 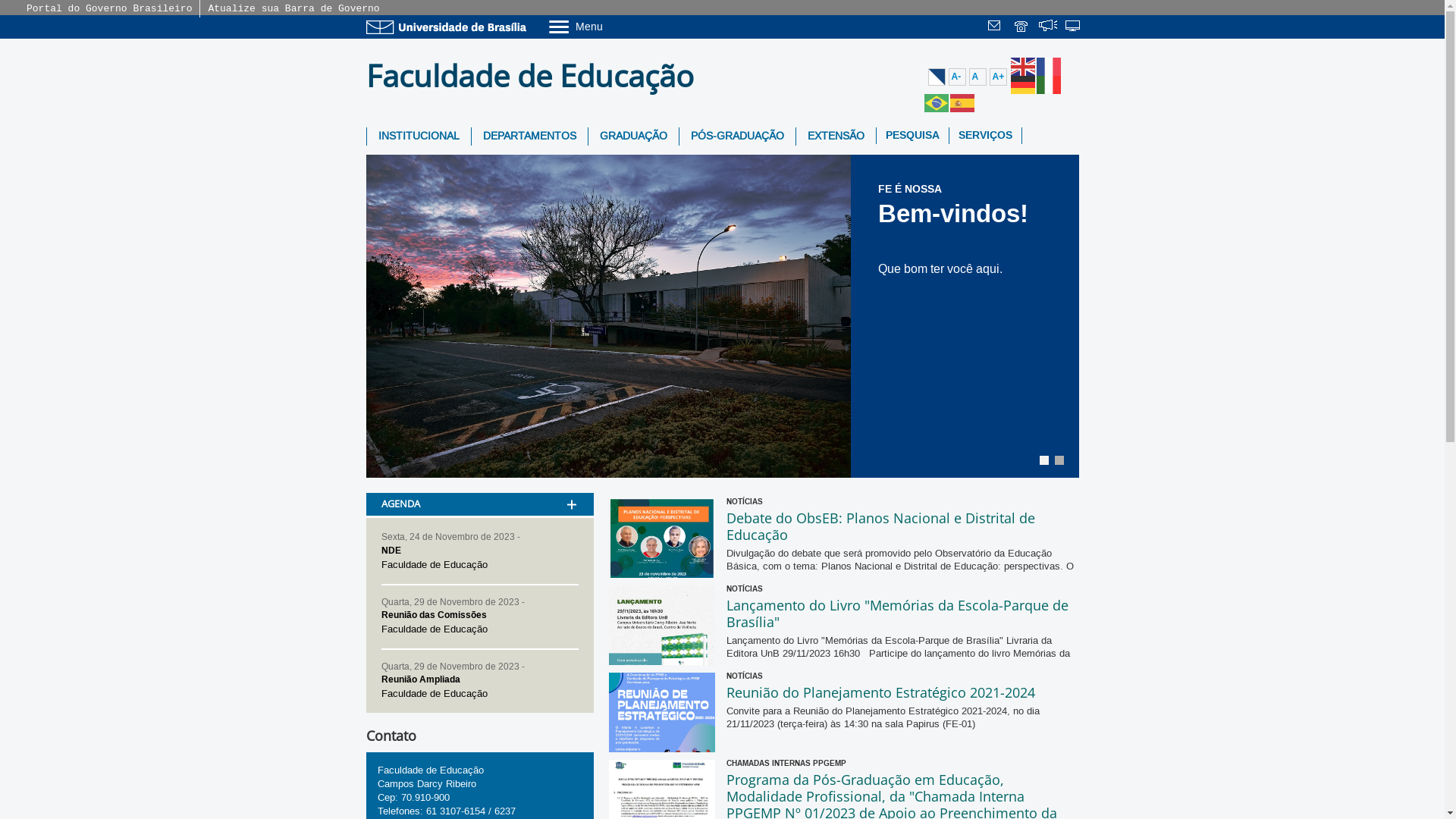 What do you see at coordinates (997, 77) in the screenshot?
I see `'A+'` at bounding box center [997, 77].